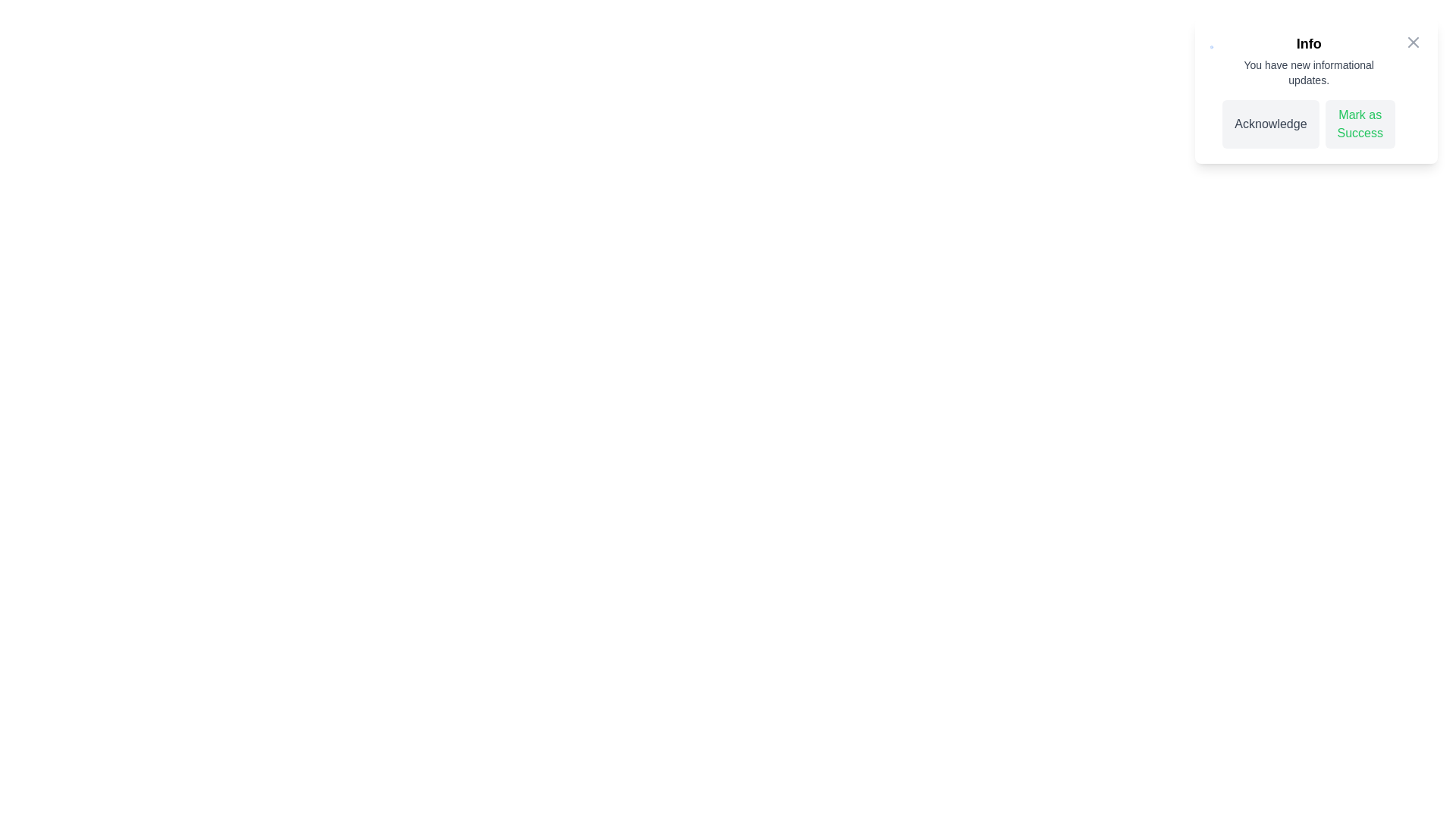  What do you see at coordinates (1270, 124) in the screenshot?
I see `the 'Acknowledge' button to acknowledge the notification` at bounding box center [1270, 124].